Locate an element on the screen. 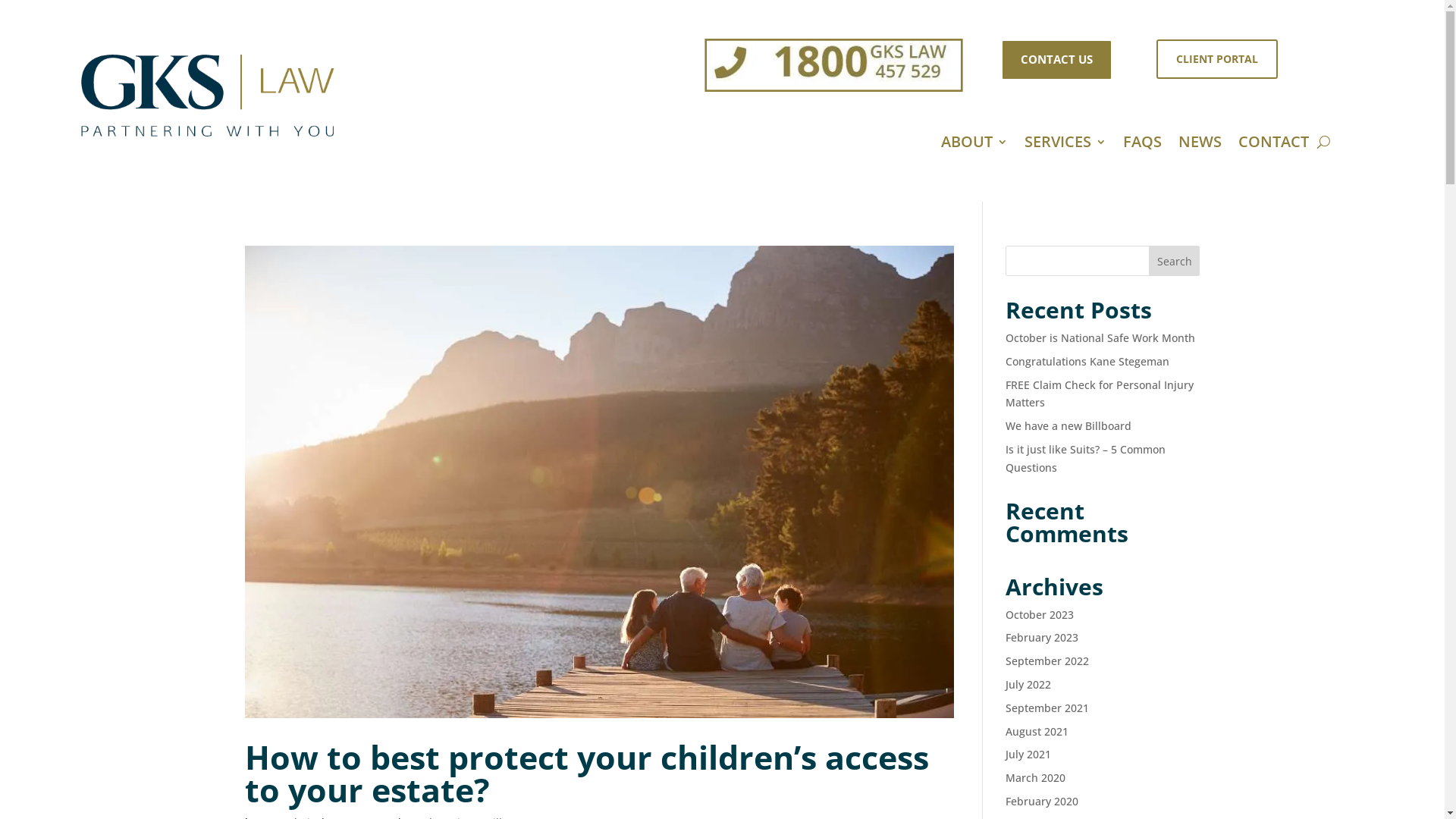 The height and width of the screenshot is (819, 1456). 'ABOUT' is located at coordinates (974, 145).